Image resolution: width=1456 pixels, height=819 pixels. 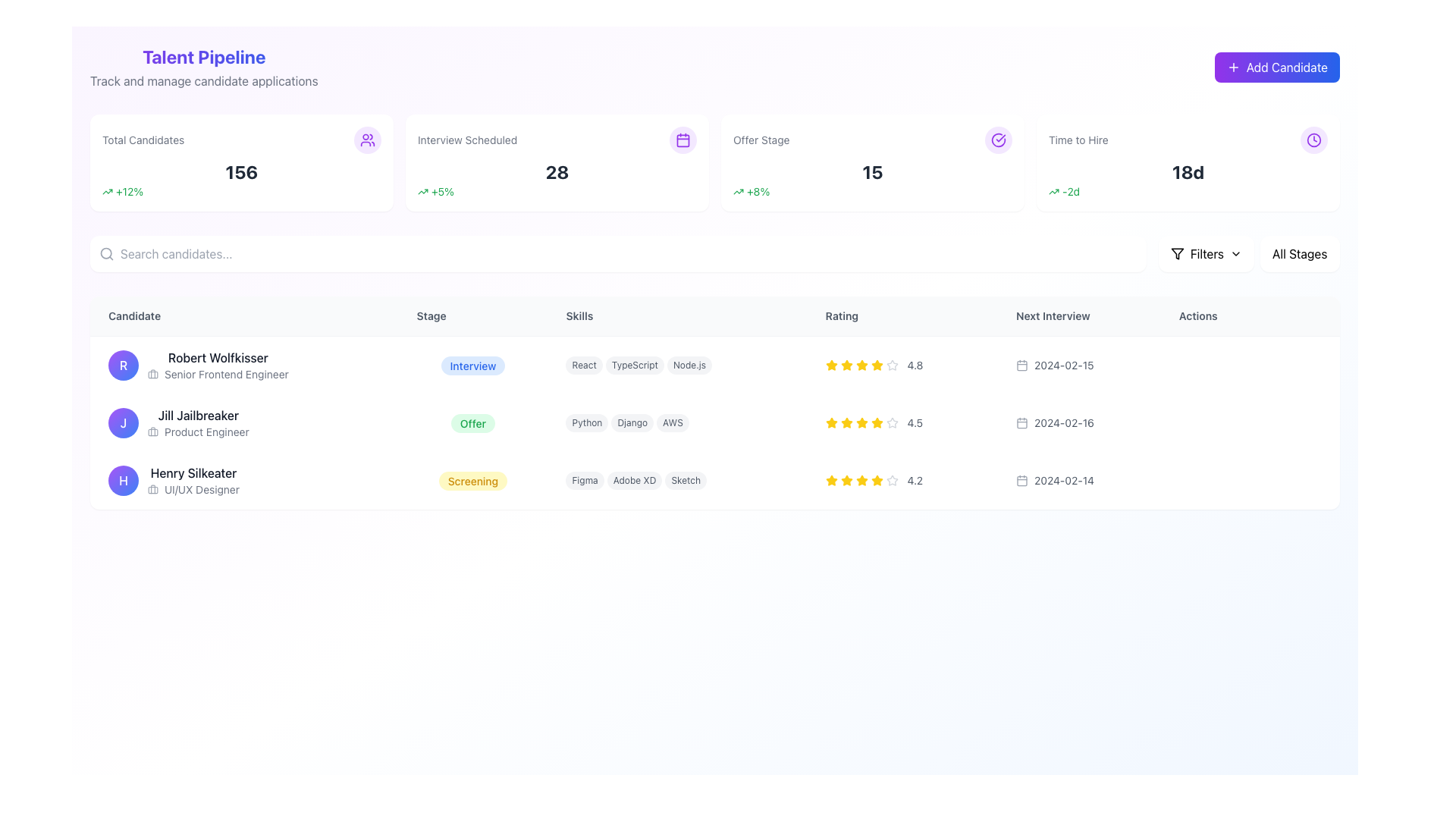 What do you see at coordinates (846, 480) in the screenshot?
I see `the third yellow star icon in the rating column for the candidate named 'Henry Silkeater' within the five-star rating system` at bounding box center [846, 480].